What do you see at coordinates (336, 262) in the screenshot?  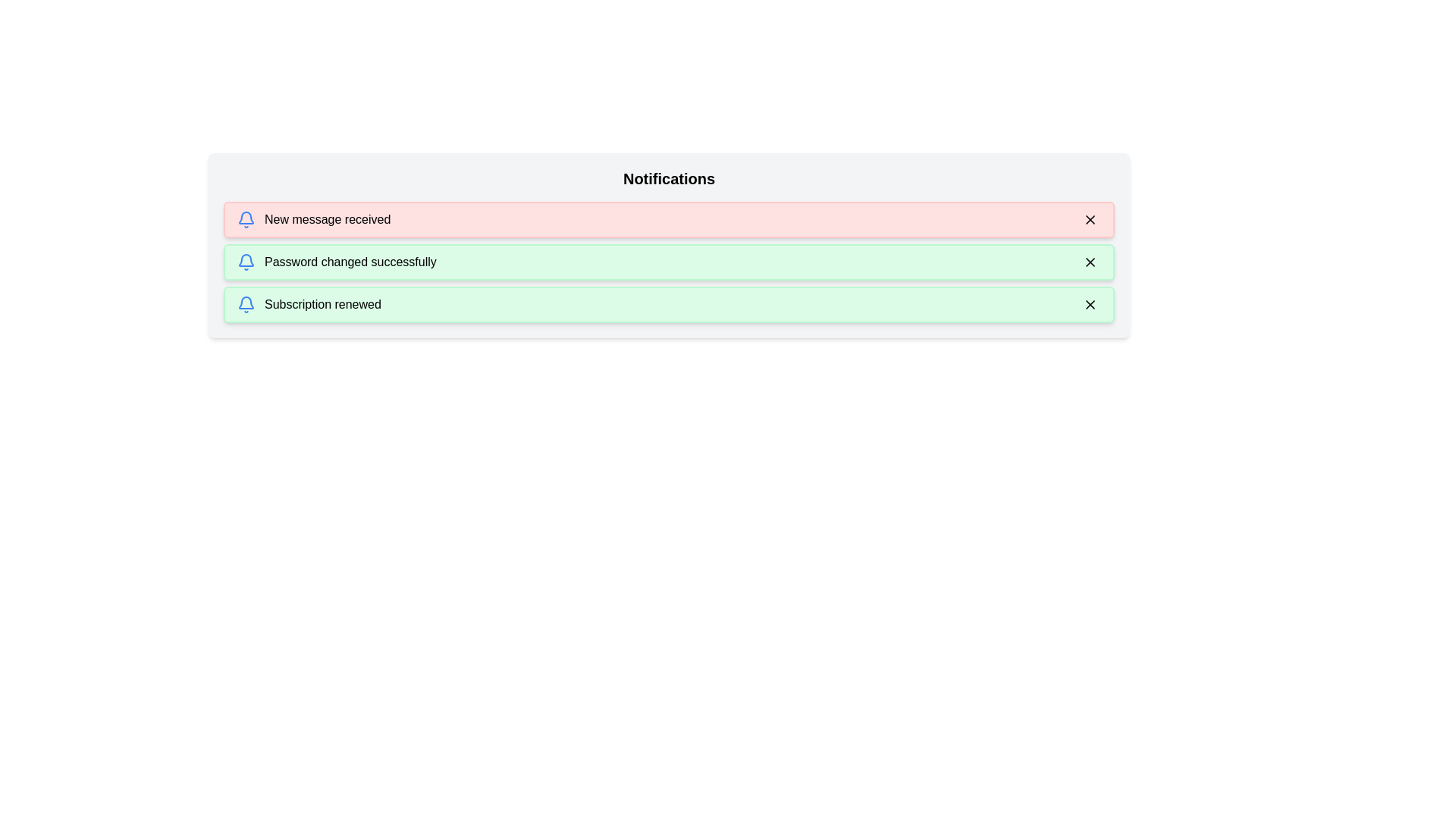 I see `the notification message saying 'Password changed successfully', which is the second item in a vertical list of notifications` at bounding box center [336, 262].